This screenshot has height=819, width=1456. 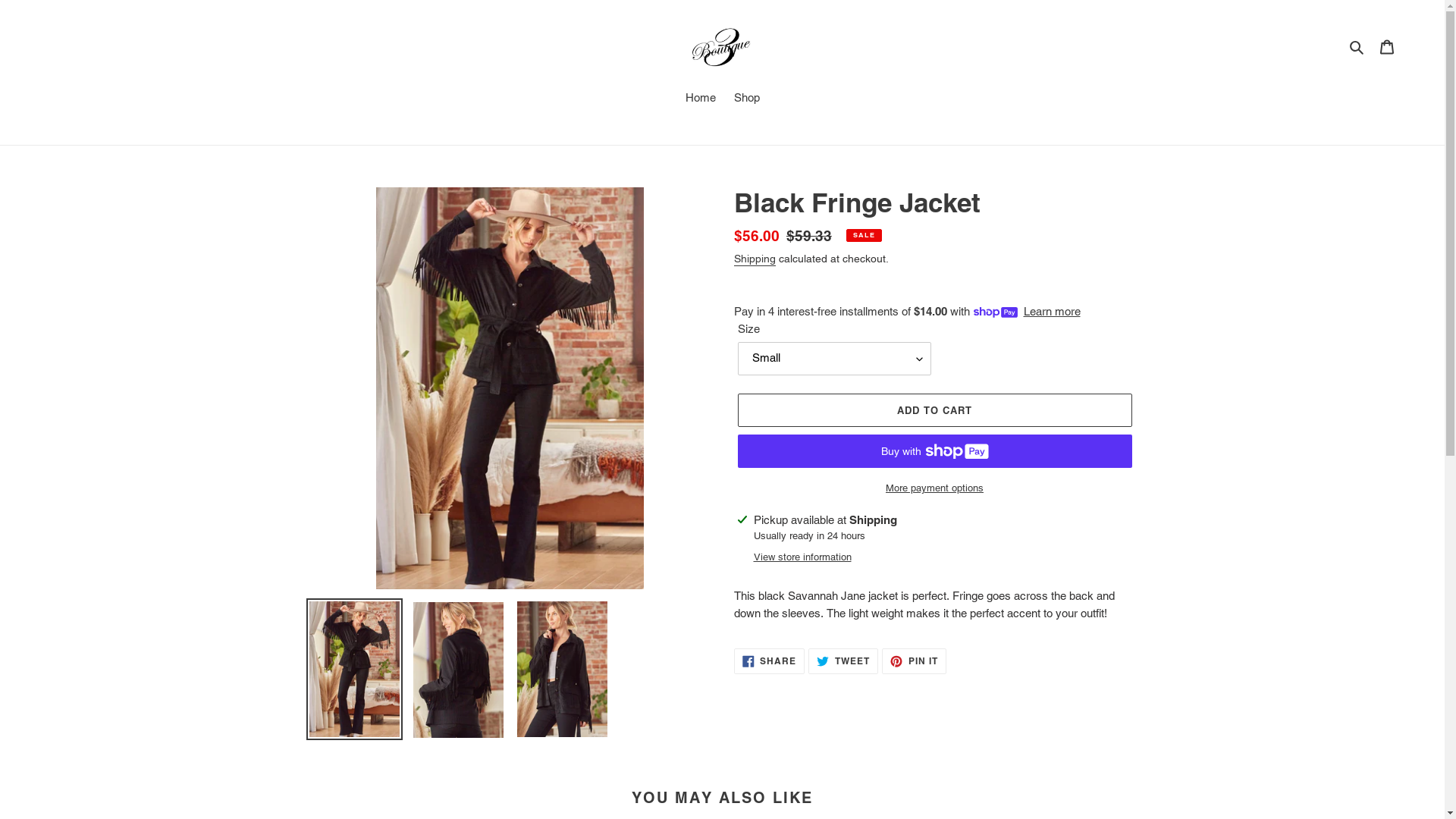 I want to click on 'ADD TO CART', so click(x=934, y=409).